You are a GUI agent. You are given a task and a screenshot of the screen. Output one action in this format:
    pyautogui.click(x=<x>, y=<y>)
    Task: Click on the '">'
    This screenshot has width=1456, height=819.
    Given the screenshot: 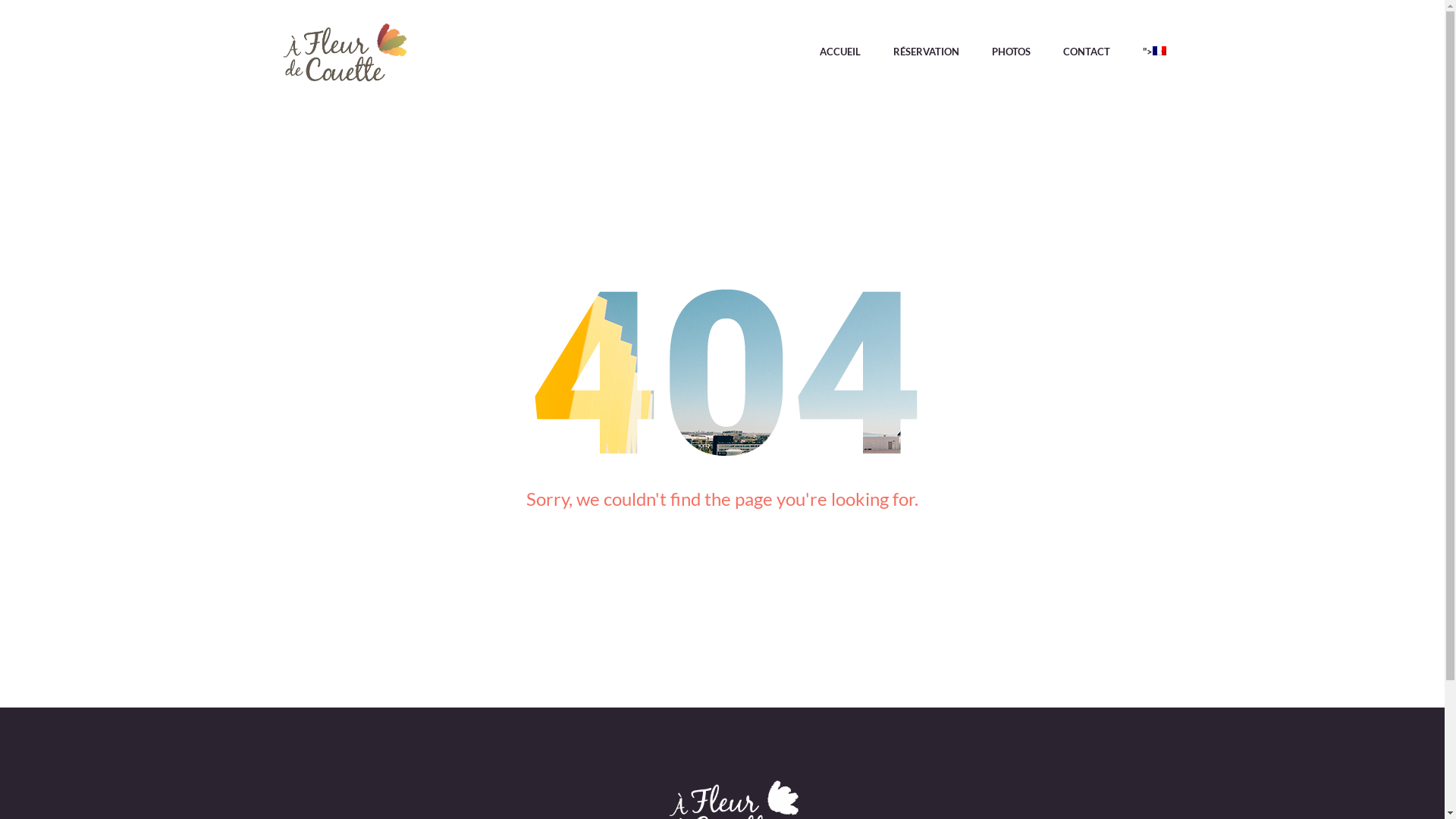 What is the action you would take?
    pyautogui.click(x=1146, y=55)
    